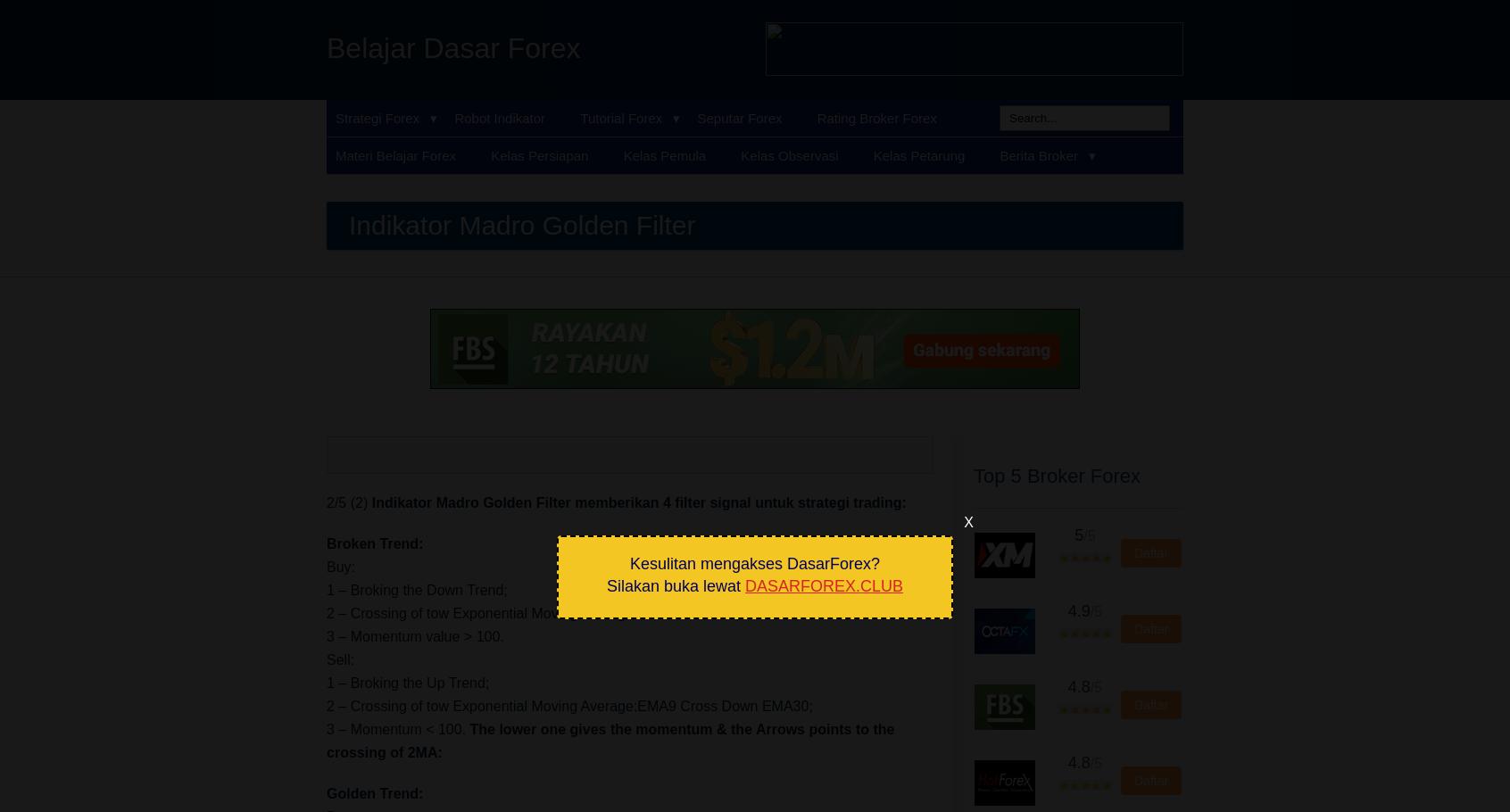  I want to click on 'The lower one gives the momentum & the Arrows points to the crossing of 2MA:', so click(610, 741).